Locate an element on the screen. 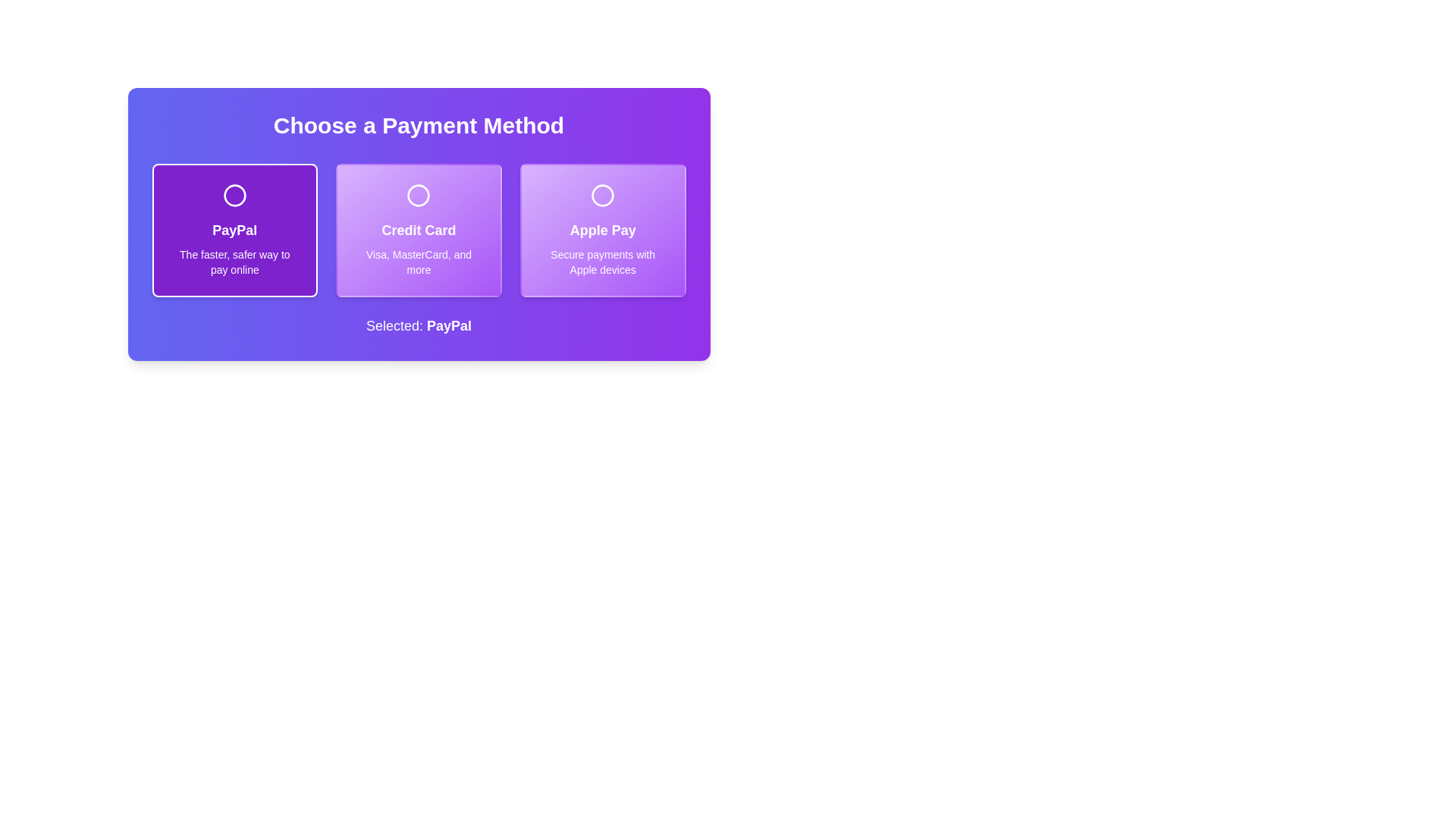  the circular icon with a white border on a purple background, which is located at the top center of the 'Apple Pay' card containing 'Secure payments with Apple devices' as its description is located at coordinates (602, 195).